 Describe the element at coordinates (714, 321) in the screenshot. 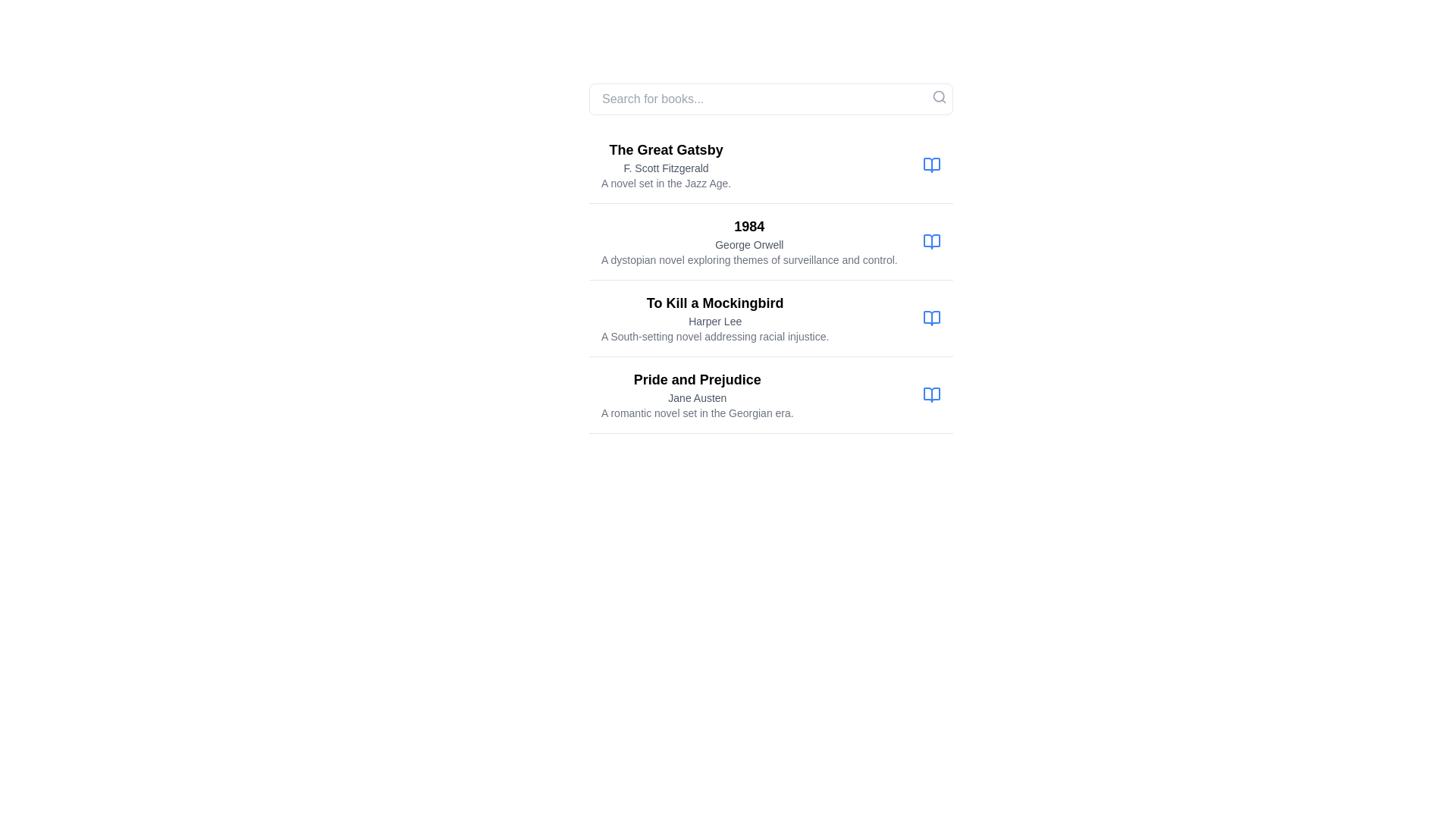

I see `the static text label indicating the author of the book 'To Kill a Mockingbird', located above the description text` at that location.